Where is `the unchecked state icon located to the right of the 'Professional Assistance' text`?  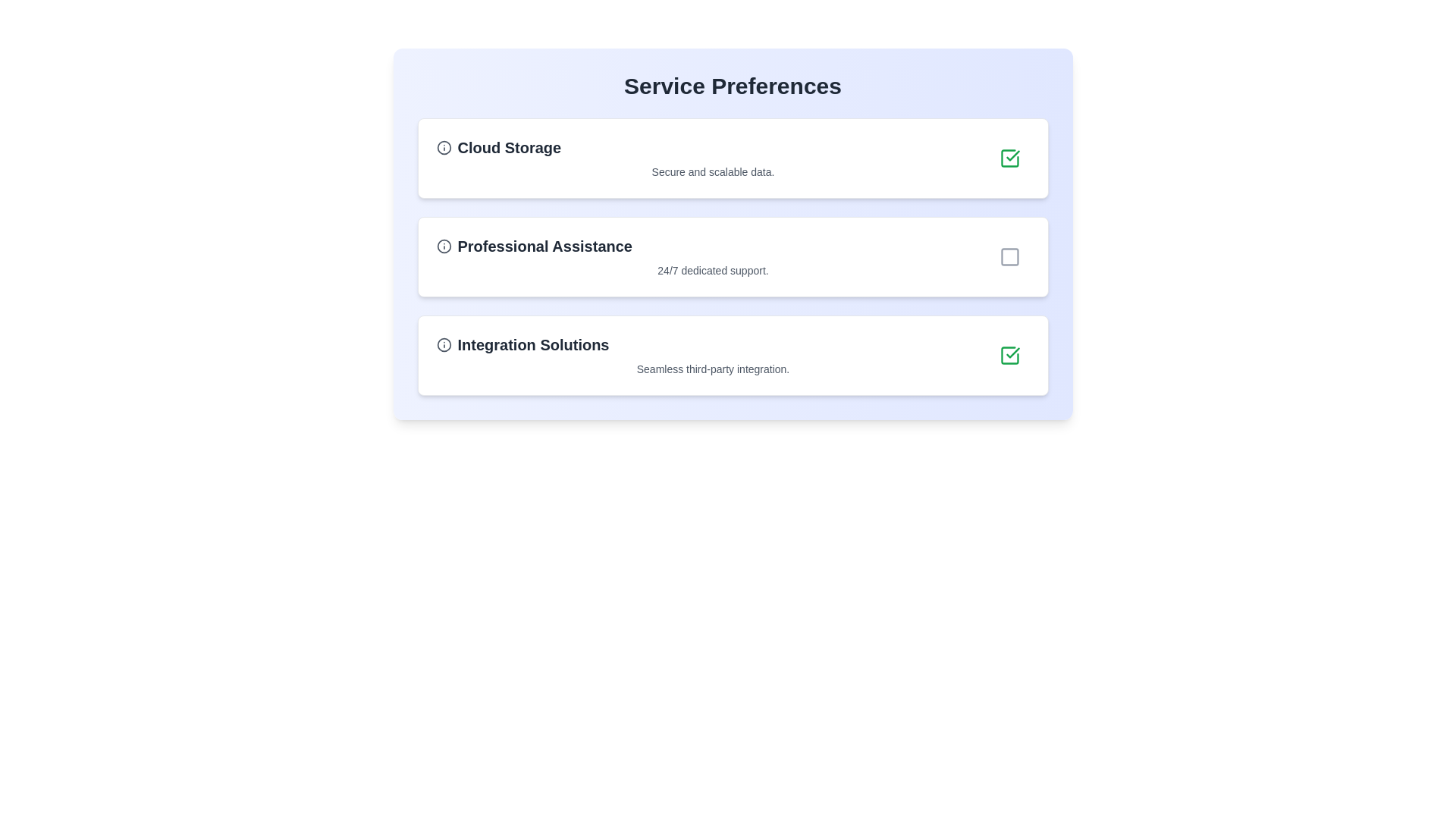
the unchecked state icon located to the right of the 'Professional Assistance' text is located at coordinates (1009, 256).